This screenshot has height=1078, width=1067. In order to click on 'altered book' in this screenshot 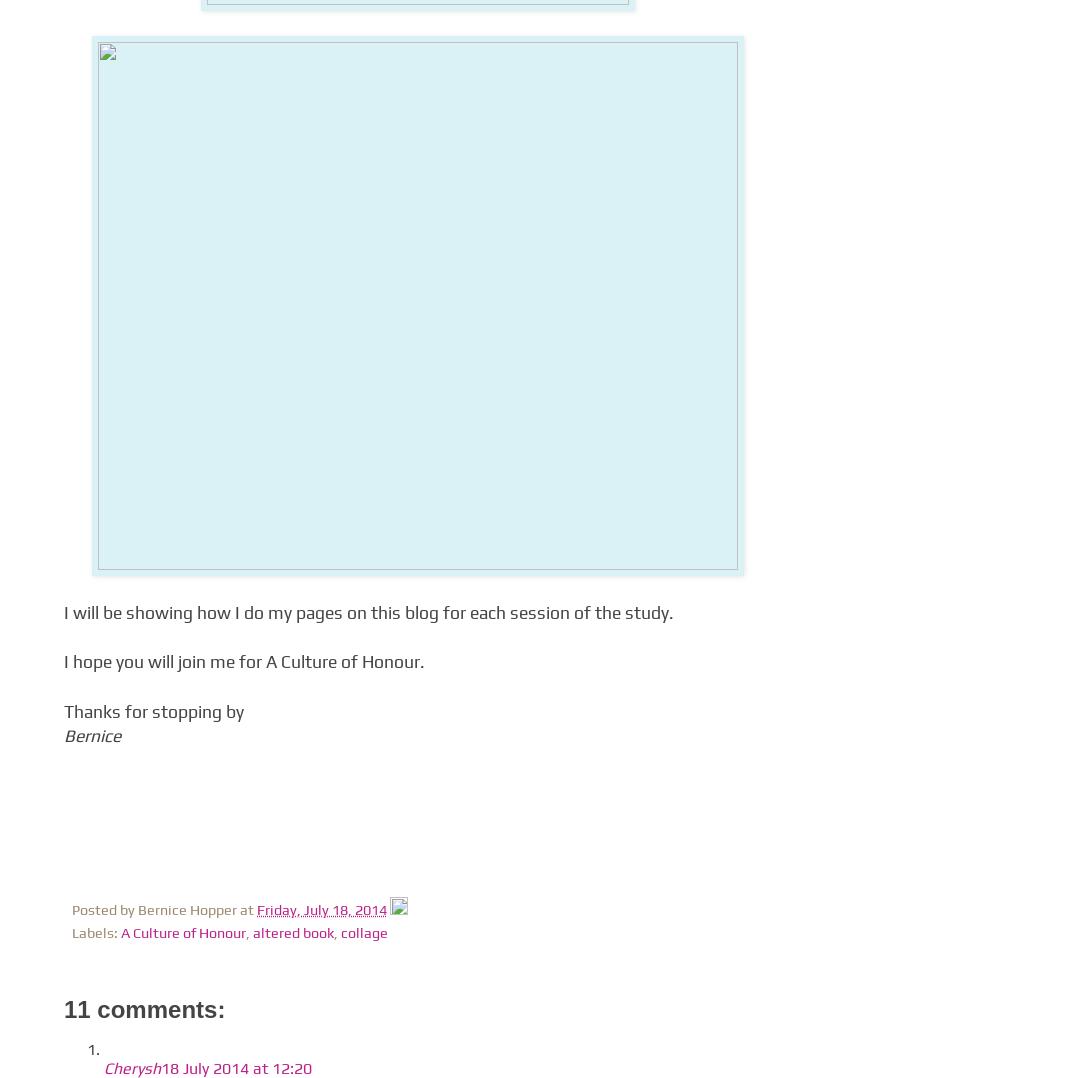, I will do `click(293, 932)`.